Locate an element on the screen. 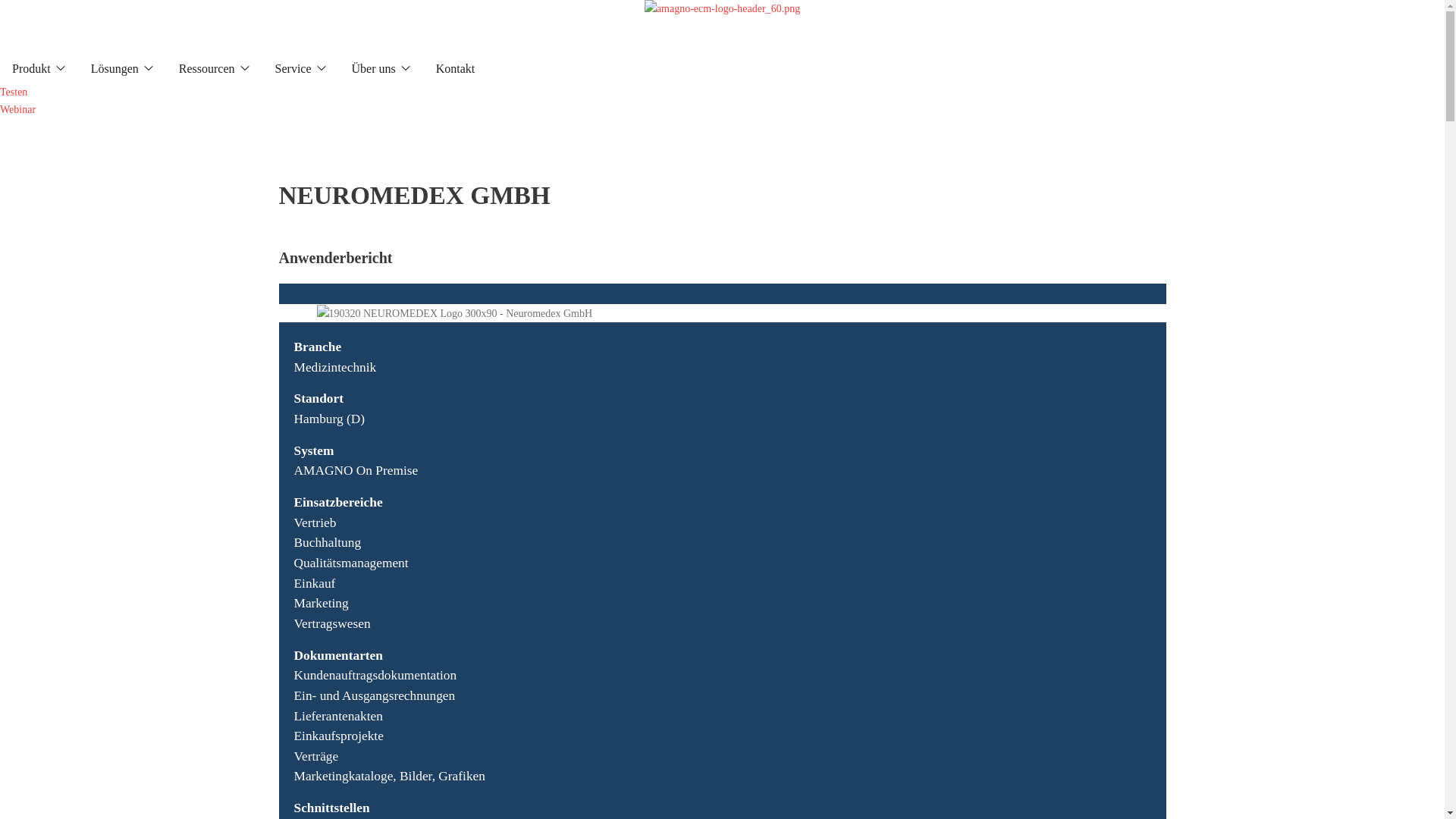 Image resolution: width=1456 pixels, height=819 pixels. 'Webinar' is located at coordinates (0, 108).